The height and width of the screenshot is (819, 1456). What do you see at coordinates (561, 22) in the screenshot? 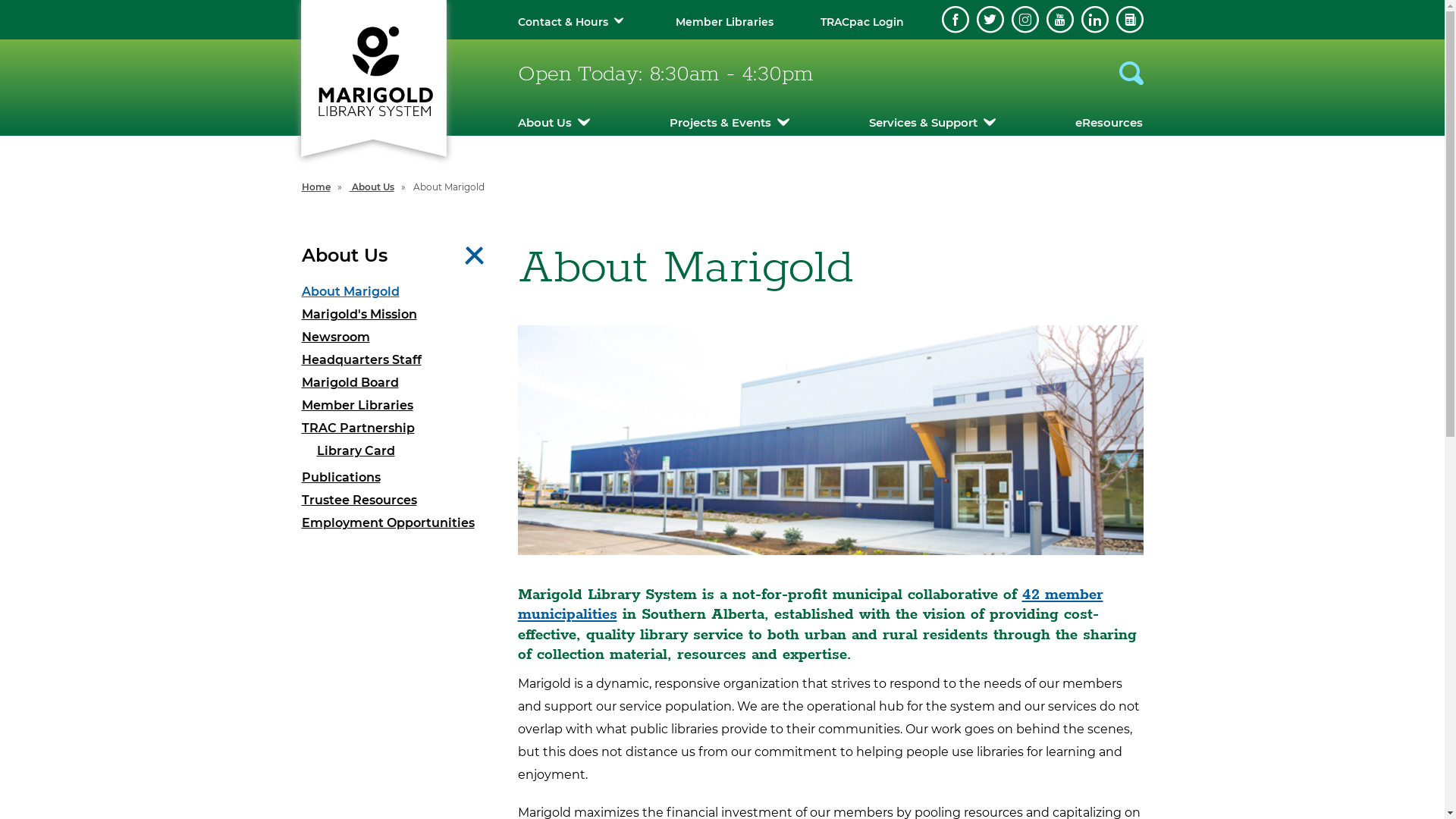
I see `'Contact & Hours'` at bounding box center [561, 22].